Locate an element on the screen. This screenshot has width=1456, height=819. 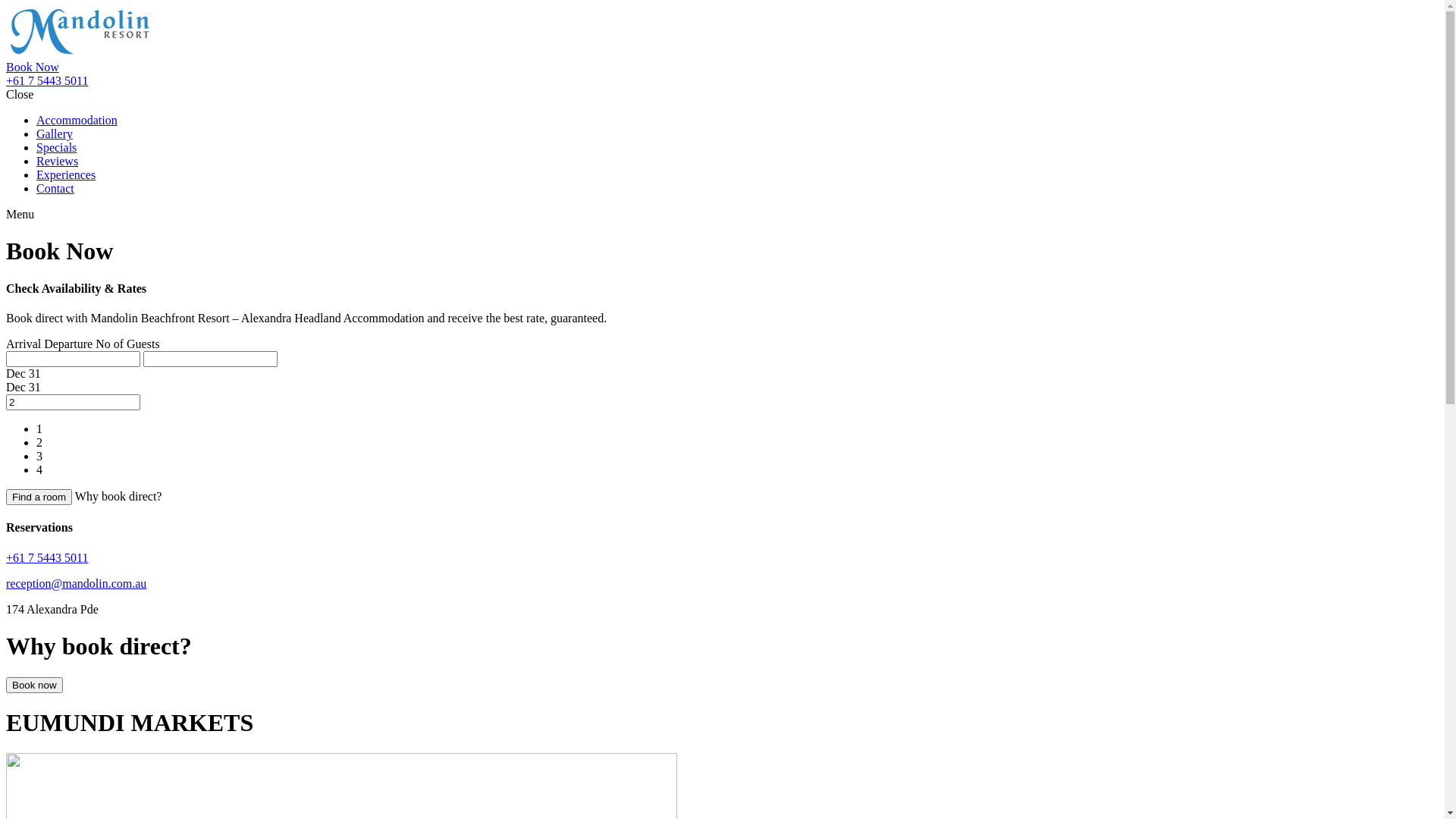
'1 is located at coordinates (6, 435).